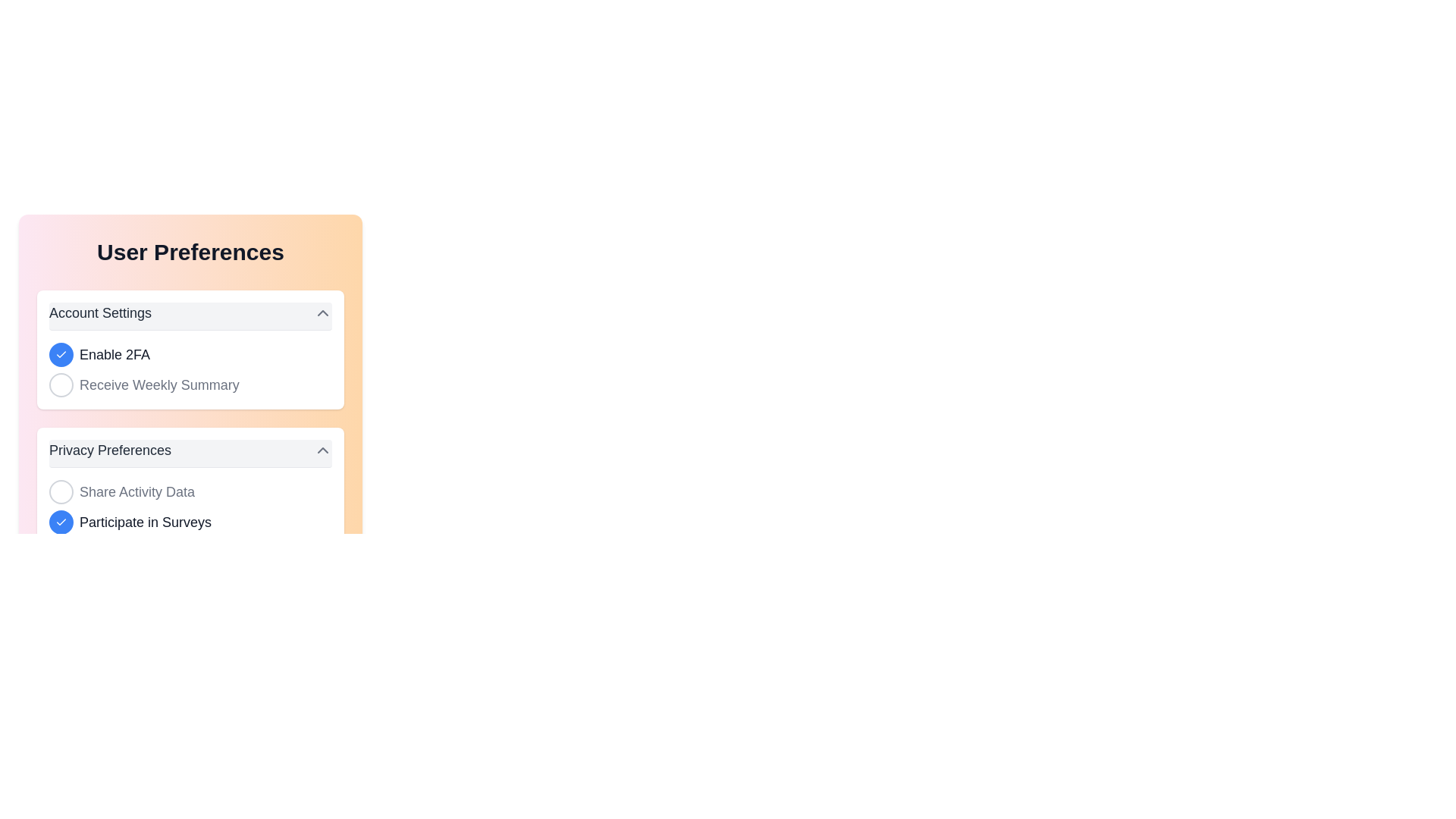 The height and width of the screenshot is (819, 1456). I want to click on the text label reading 'Share Activity Data' in the Privacy Preferences section, which is positioned below the Account Settings section and to the right of a circular radio button, so click(137, 491).